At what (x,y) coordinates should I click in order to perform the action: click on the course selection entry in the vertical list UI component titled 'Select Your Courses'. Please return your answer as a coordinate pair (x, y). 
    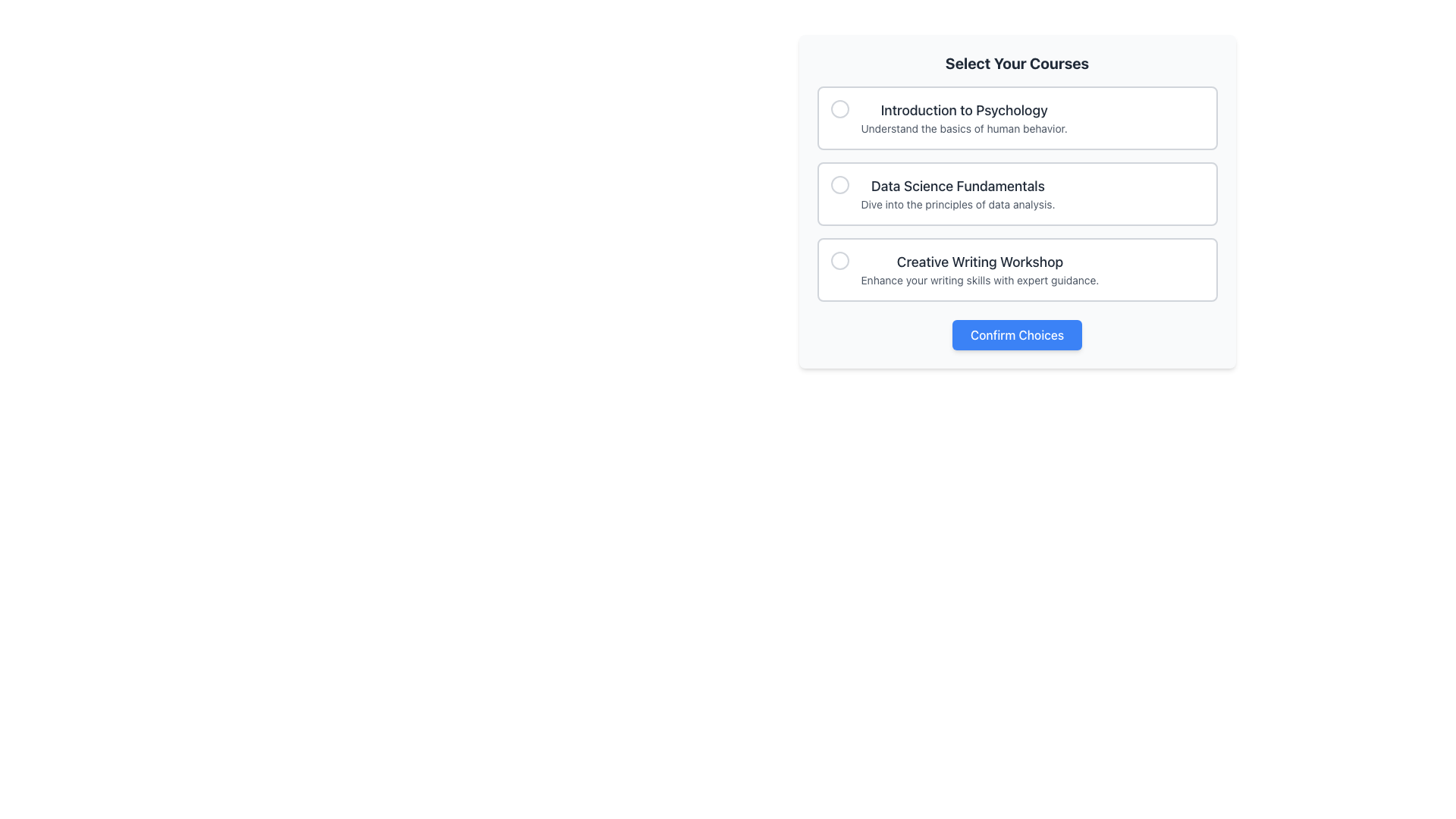
    Looking at the image, I should click on (1017, 193).